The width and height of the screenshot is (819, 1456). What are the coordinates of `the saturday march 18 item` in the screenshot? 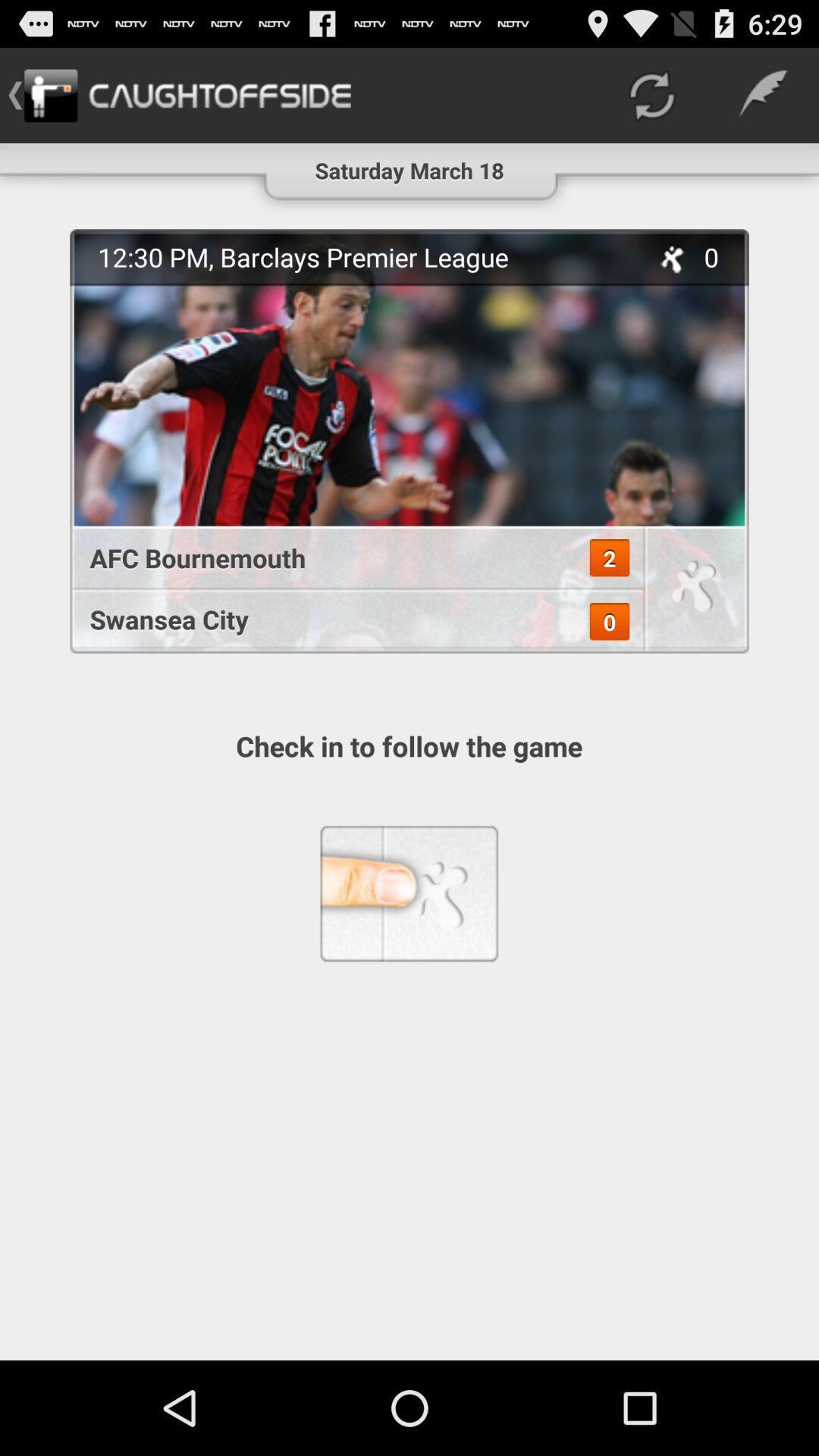 It's located at (409, 164).